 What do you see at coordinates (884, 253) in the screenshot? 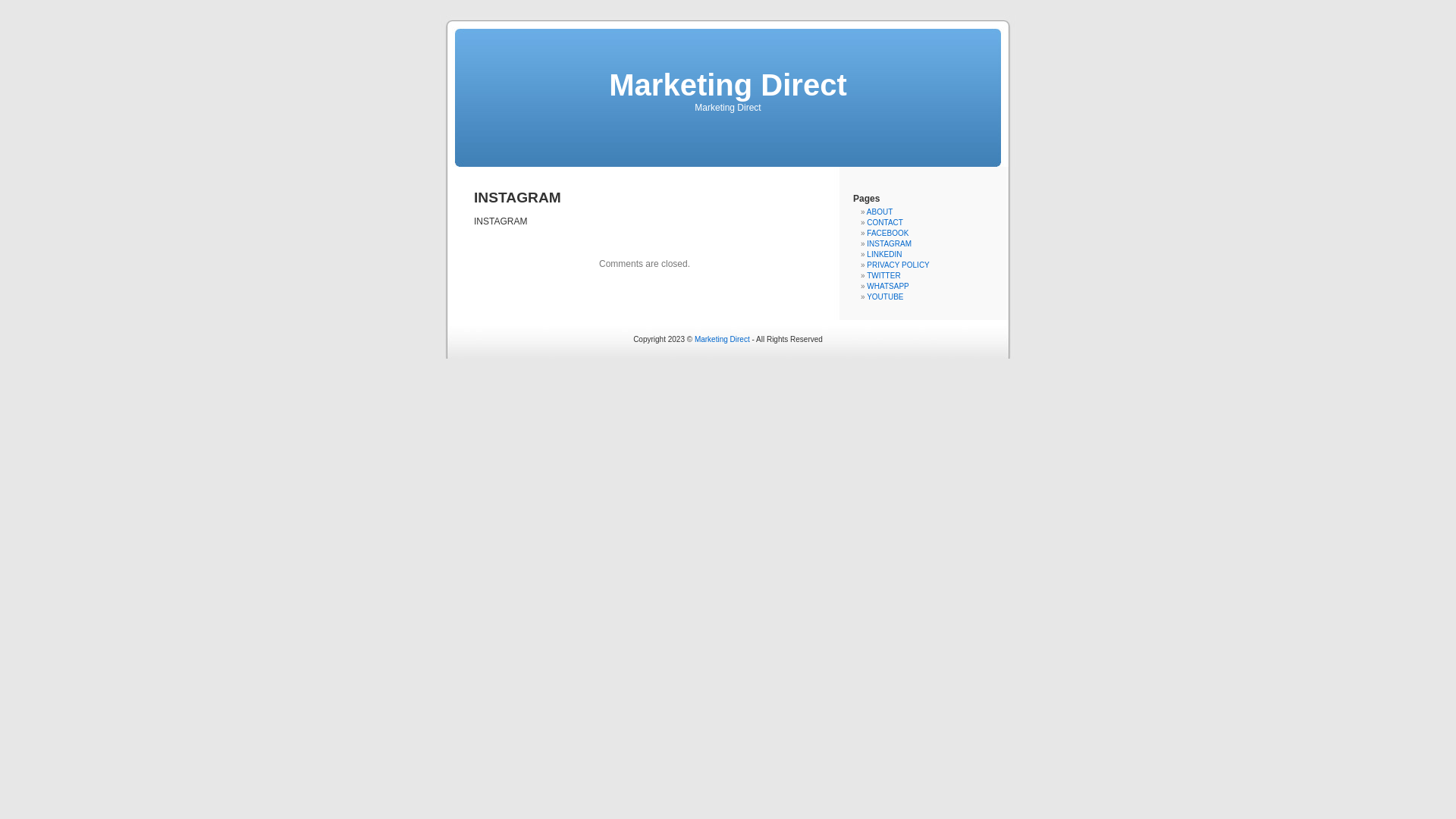
I see `'LINKEDIN'` at bounding box center [884, 253].